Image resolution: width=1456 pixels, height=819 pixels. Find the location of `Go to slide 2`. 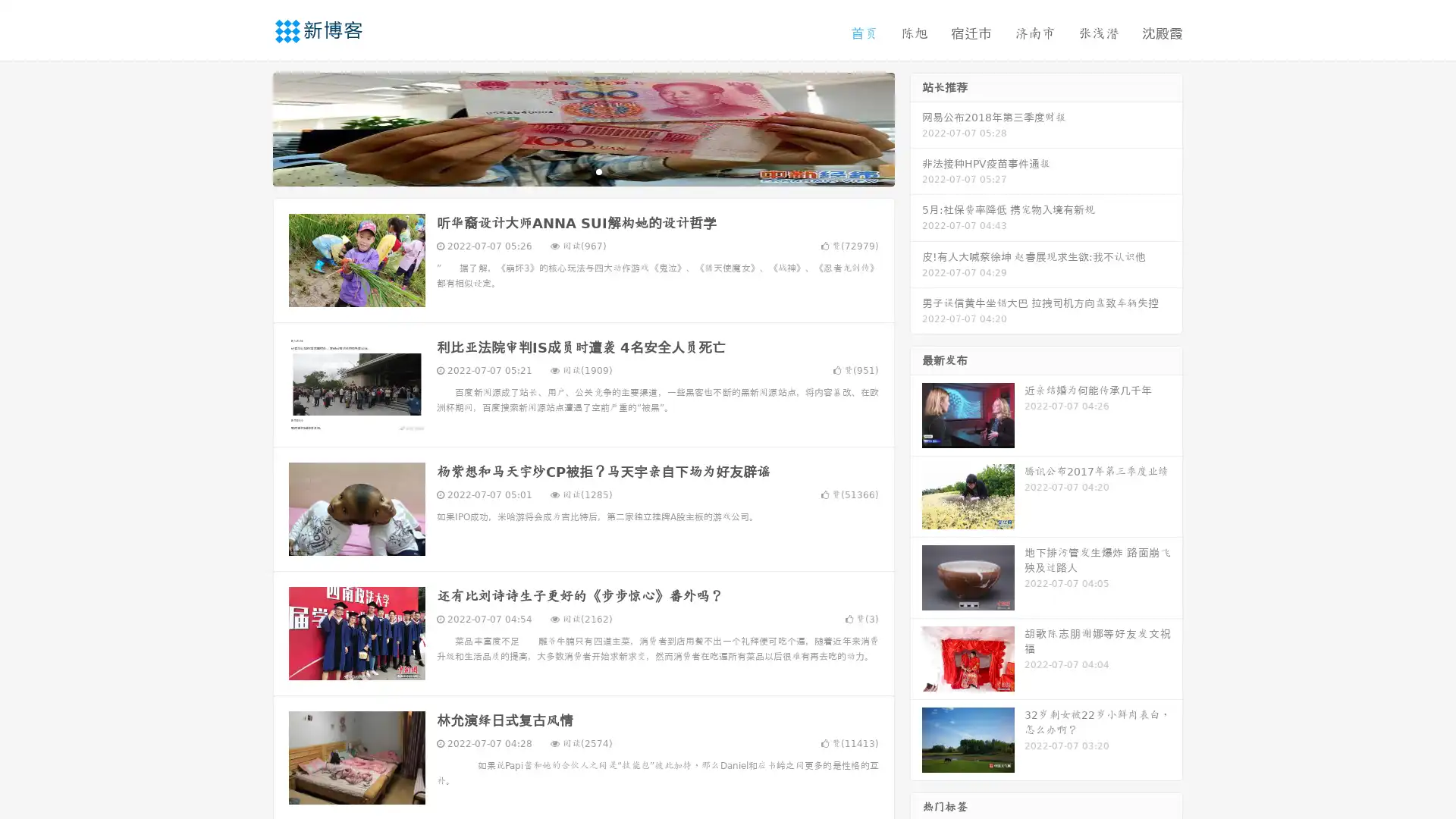

Go to slide 2 is located at coordinates (582, 171).